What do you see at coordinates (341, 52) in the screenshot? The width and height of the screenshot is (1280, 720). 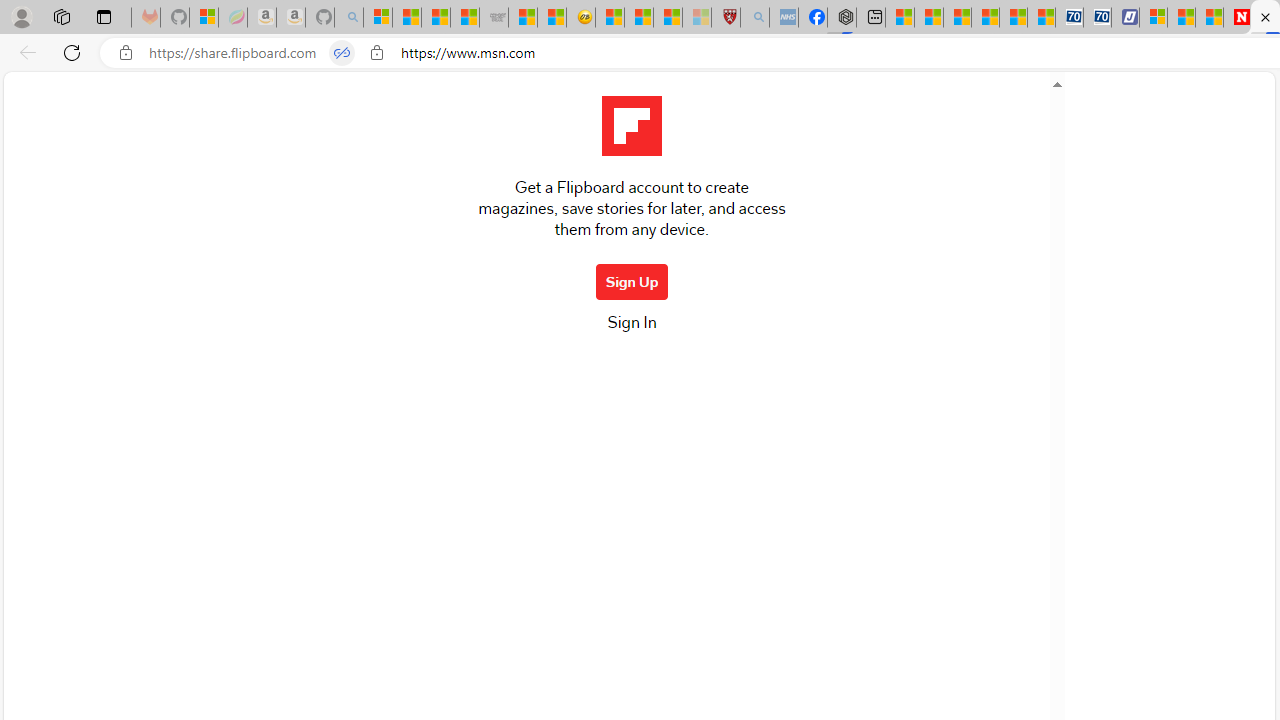 I see `'Tabs in split screen'` at bounding box center [341, 52].